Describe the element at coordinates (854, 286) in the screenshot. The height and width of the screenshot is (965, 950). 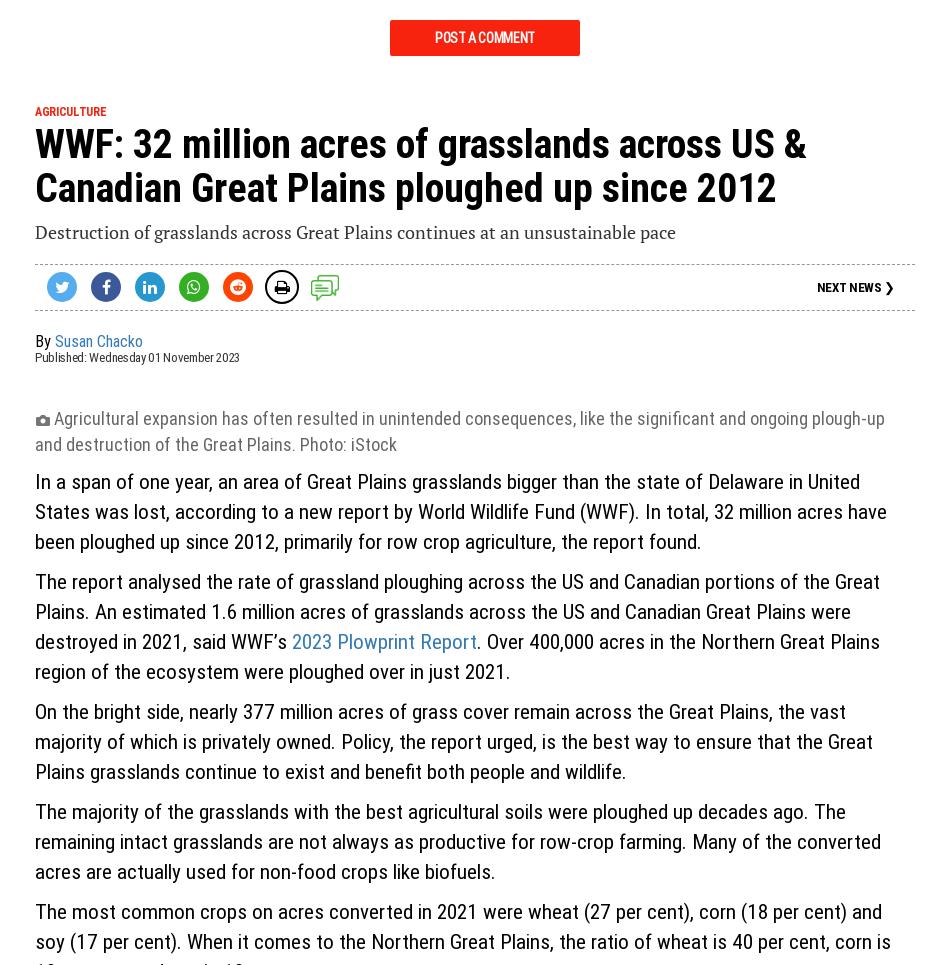
I see `'NEXT NEWS ❯'` at that location.